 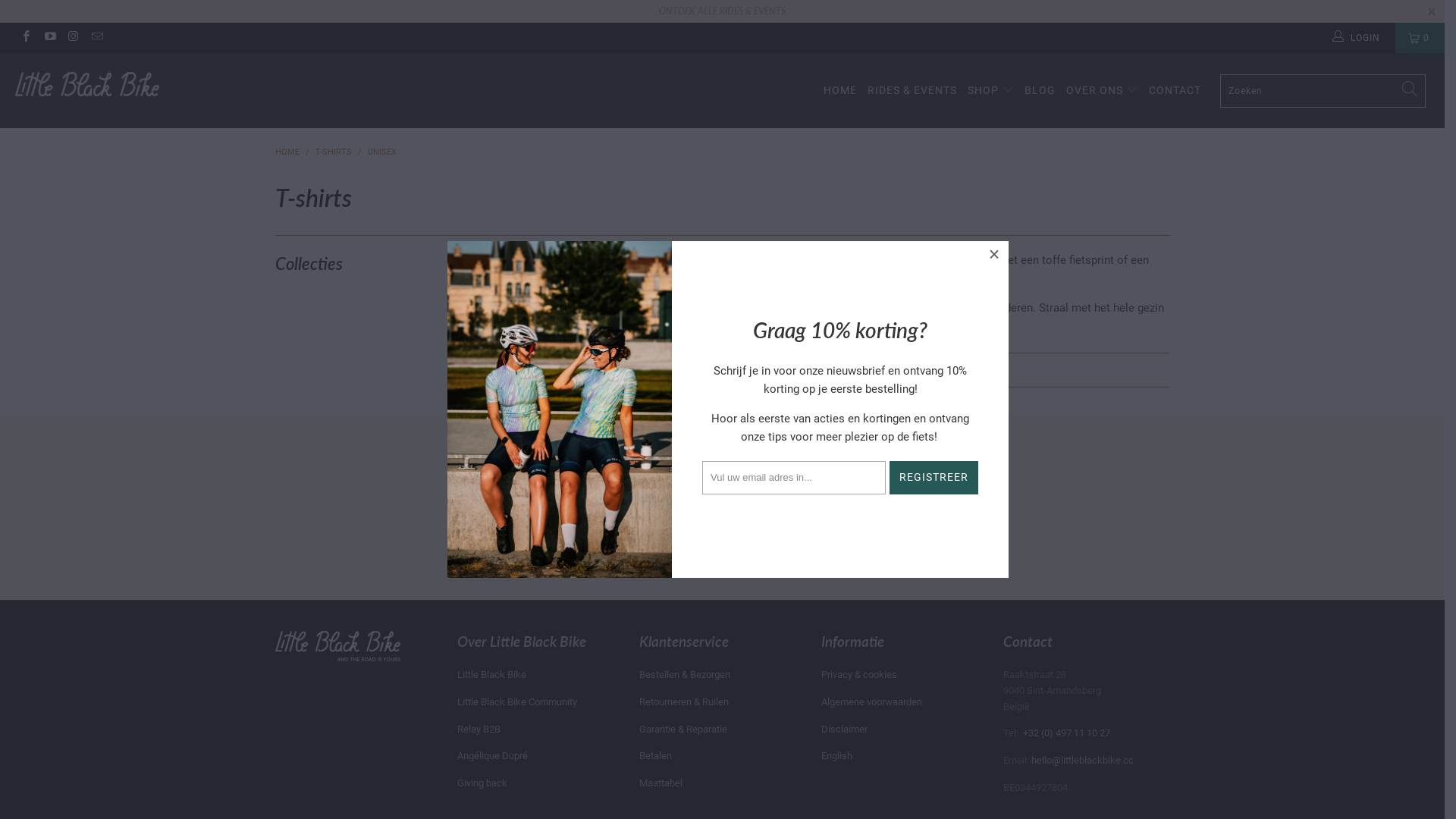 What do you see at coordinates (858, 673) in the screenshot?
I see `'Privacy & cookies'` at bounding box center [858, 673].